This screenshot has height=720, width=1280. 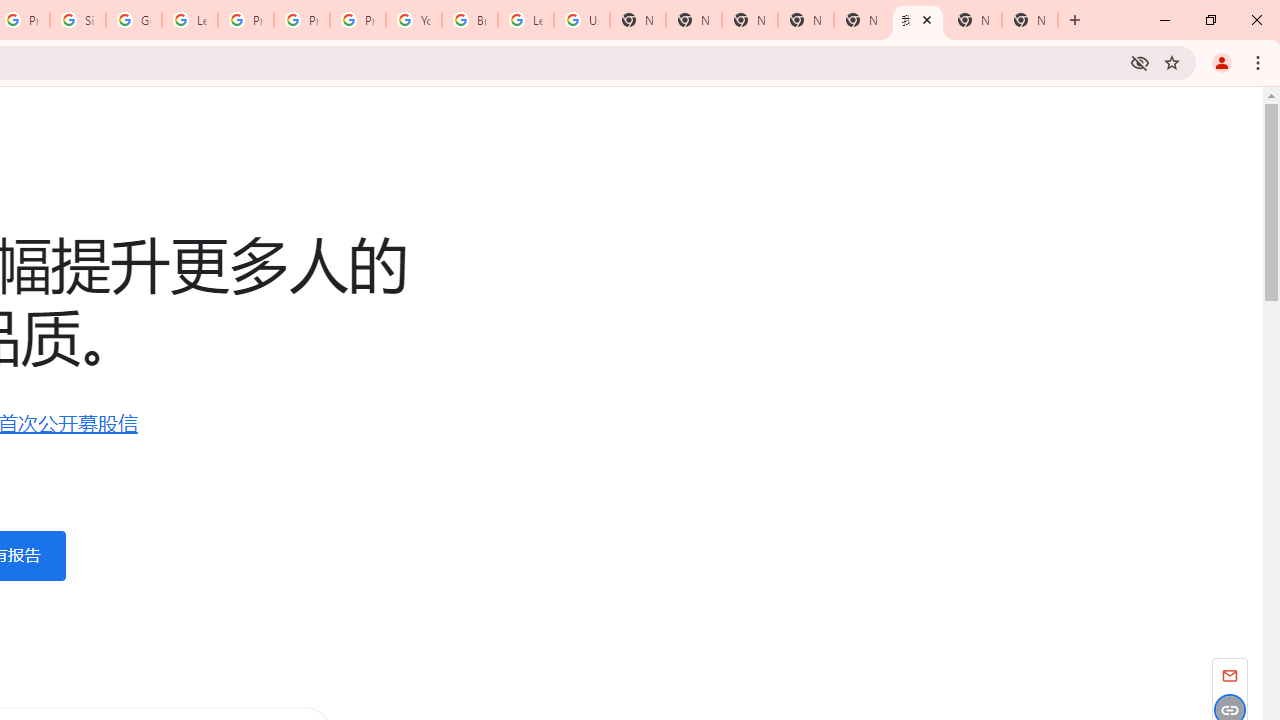 What do you see at coordinates (1030, 20) in the screenshot?
I see `'New Tab'` at bounding box center [1030, 20].